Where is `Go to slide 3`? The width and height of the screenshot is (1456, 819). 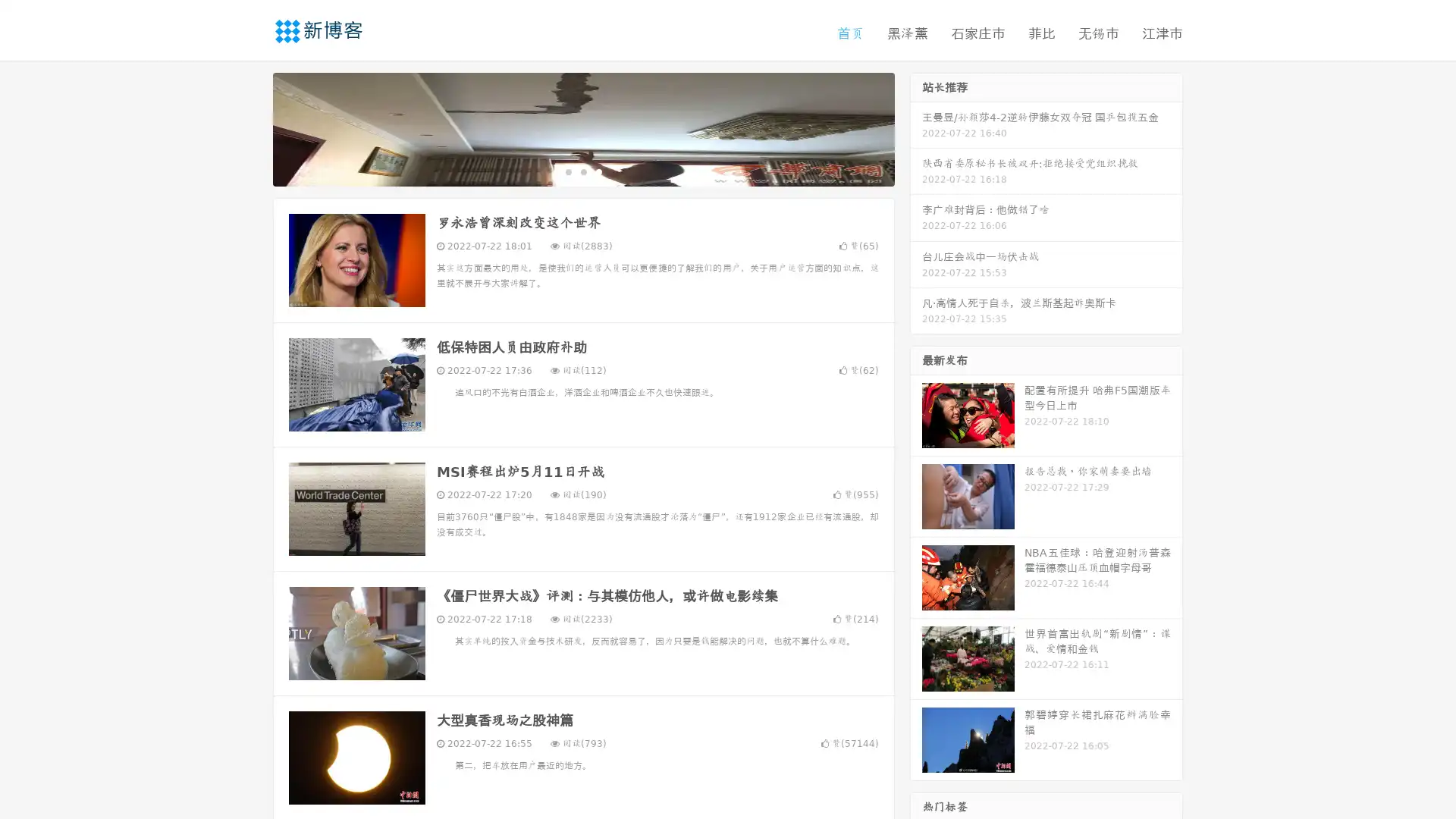
Go to slide 3 is located at coordinates (598, 171).